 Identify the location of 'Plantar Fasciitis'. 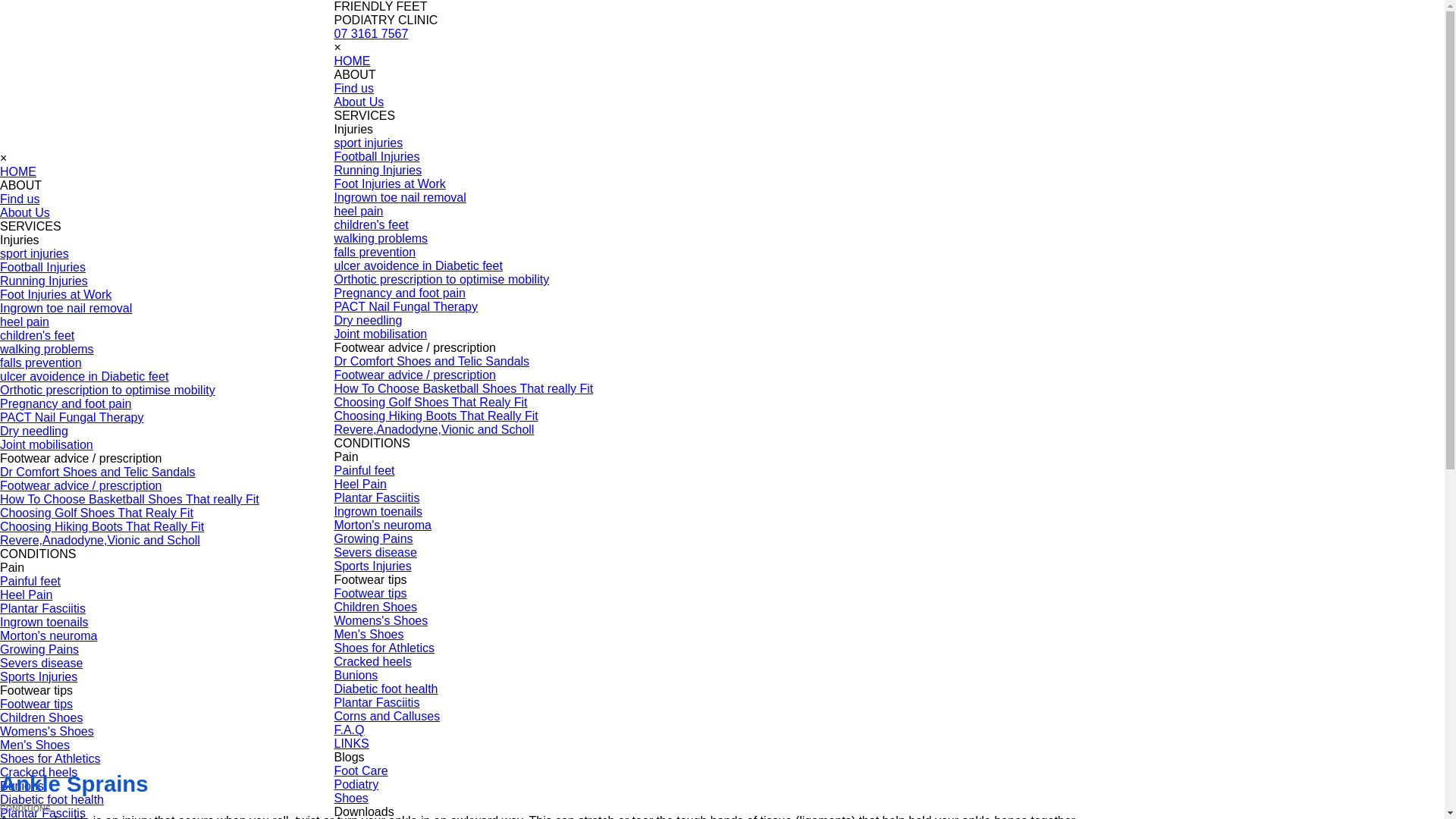
(376, 702).